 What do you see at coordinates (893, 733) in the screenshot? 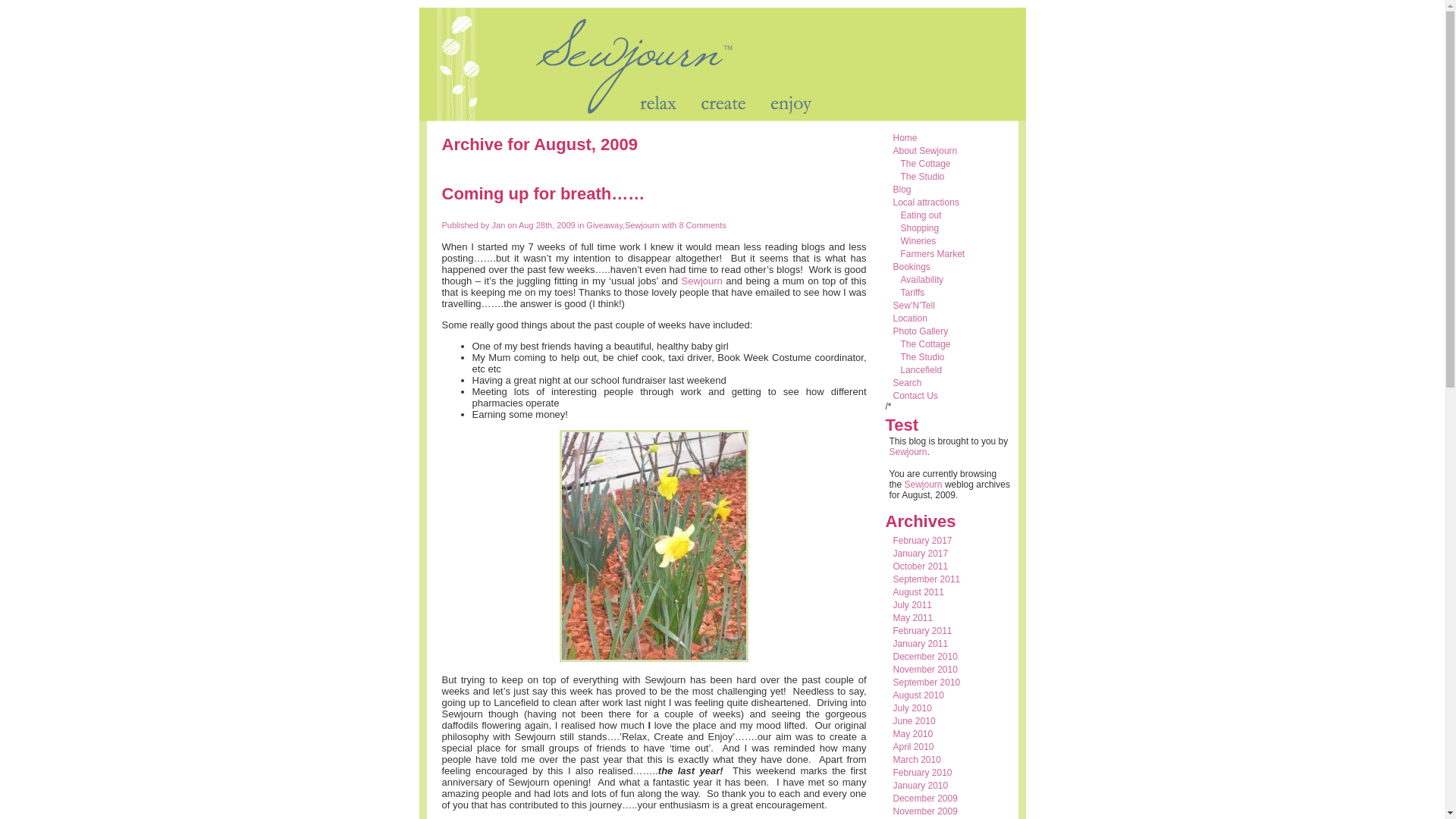
I see `'May 2010'` at bounding box center [893, 733].